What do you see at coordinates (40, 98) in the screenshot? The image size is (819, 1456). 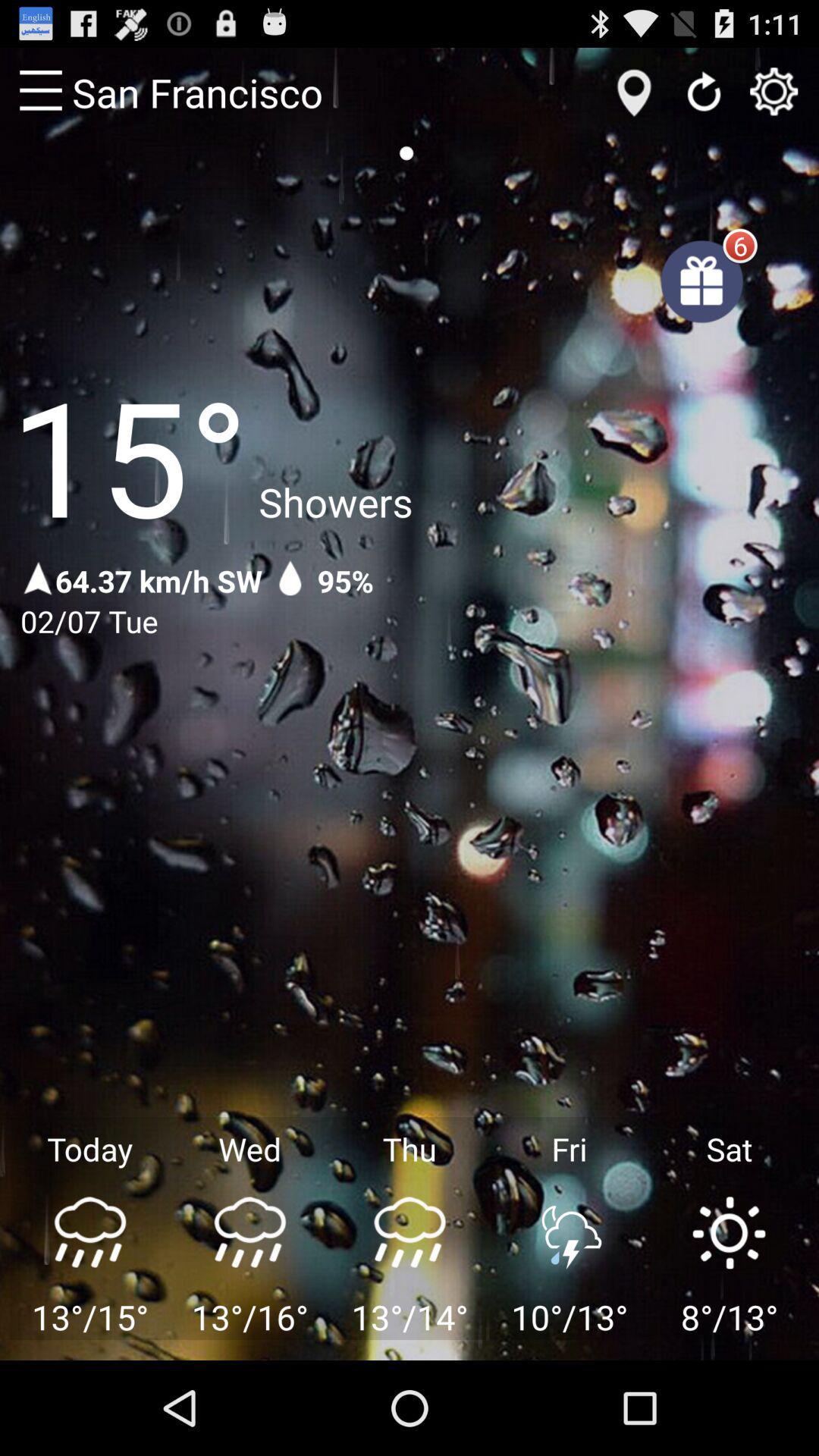 I see `the menu icon` at bounding box center [40, 98].